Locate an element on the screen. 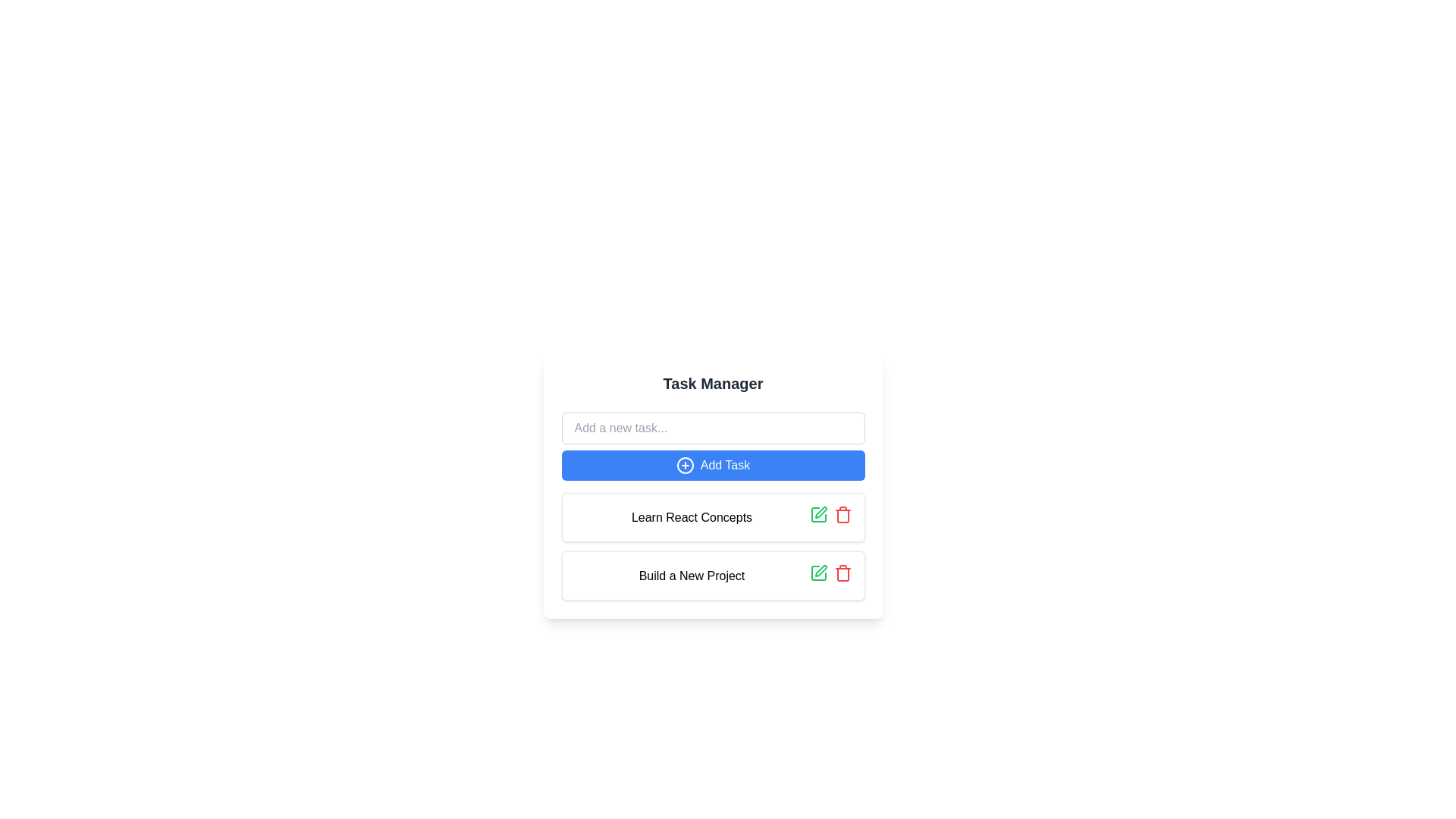  the green pencil icon button, which is located in the bottom row of the task list is located at coordinates (817, 573).